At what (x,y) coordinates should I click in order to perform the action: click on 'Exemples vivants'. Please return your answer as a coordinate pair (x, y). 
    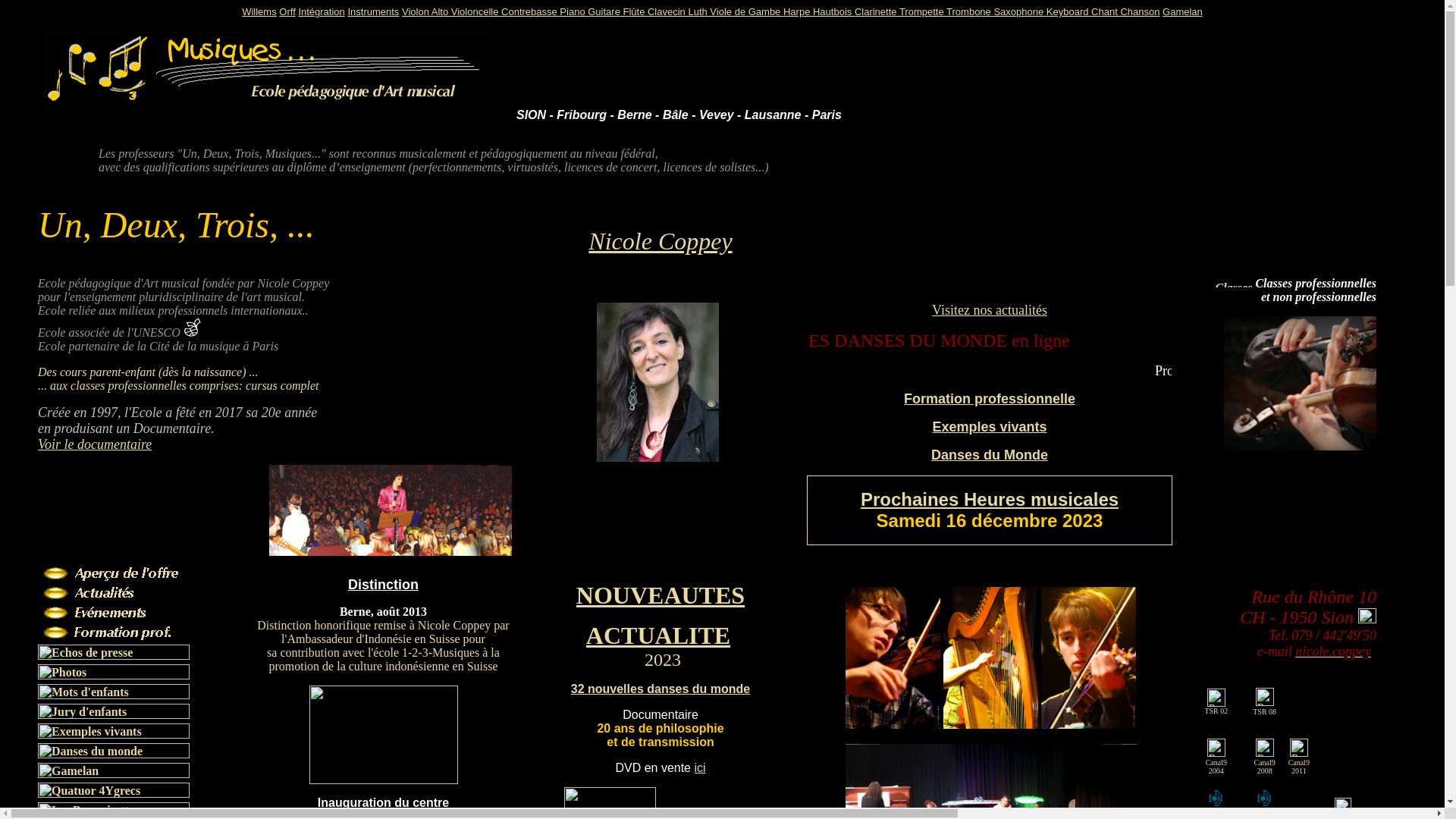
    Looking at the image, I should click on (989, 427).